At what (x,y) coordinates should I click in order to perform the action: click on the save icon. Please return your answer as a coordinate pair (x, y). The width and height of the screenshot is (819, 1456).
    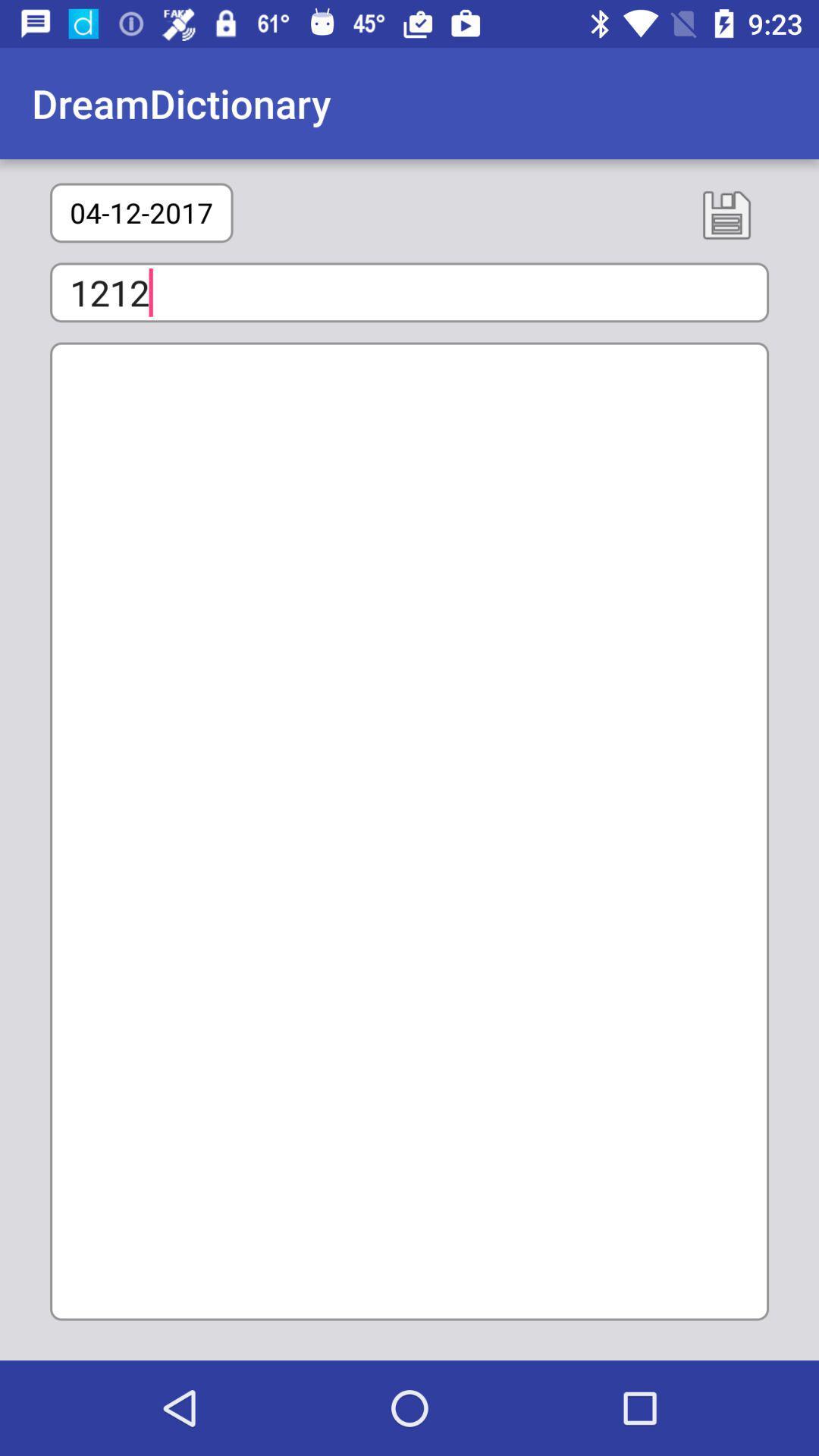
    Looking at the image, I should click on (726, 214).